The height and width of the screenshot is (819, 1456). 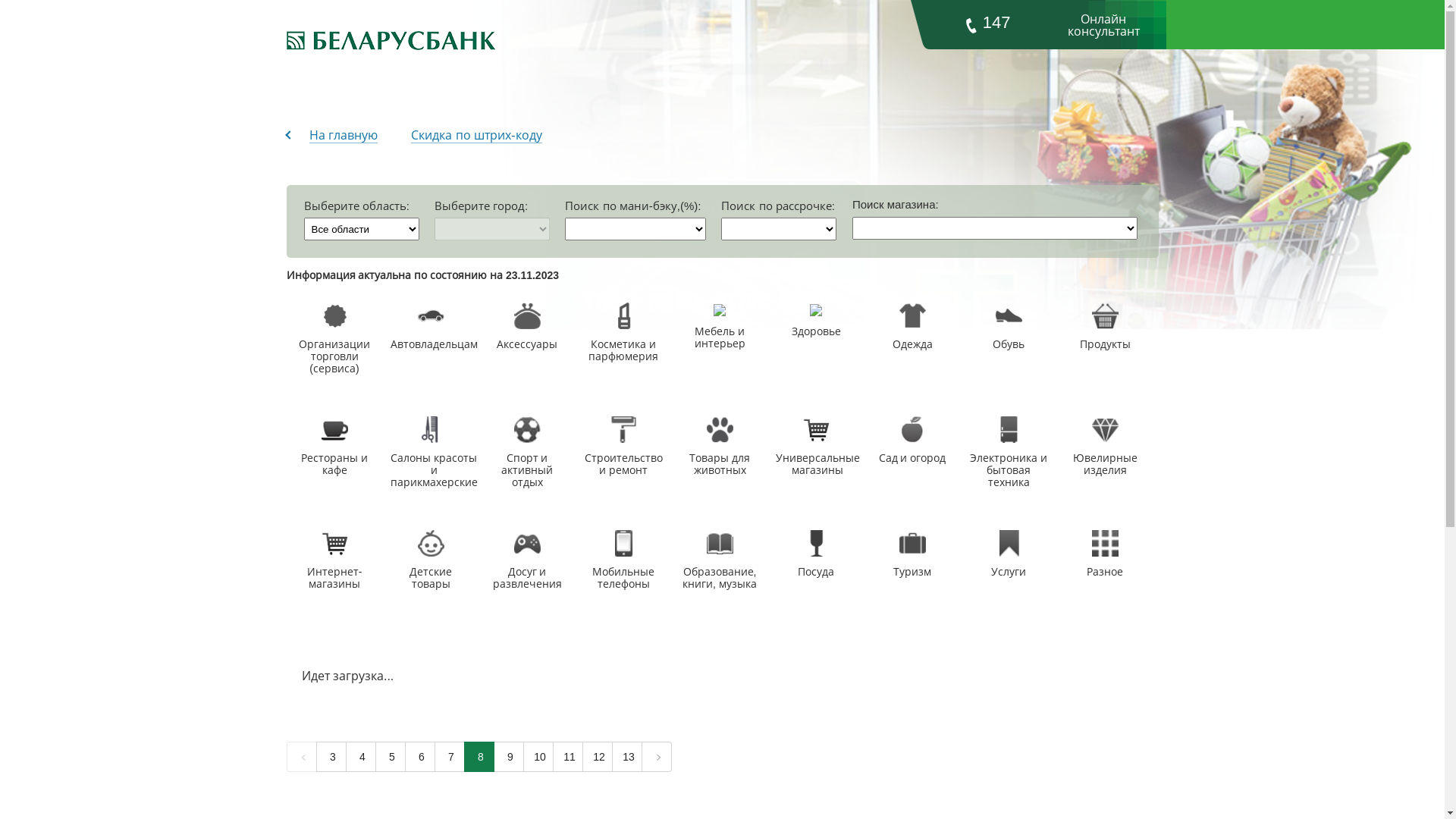 I want to click on '10', so click(x=538, y=757).